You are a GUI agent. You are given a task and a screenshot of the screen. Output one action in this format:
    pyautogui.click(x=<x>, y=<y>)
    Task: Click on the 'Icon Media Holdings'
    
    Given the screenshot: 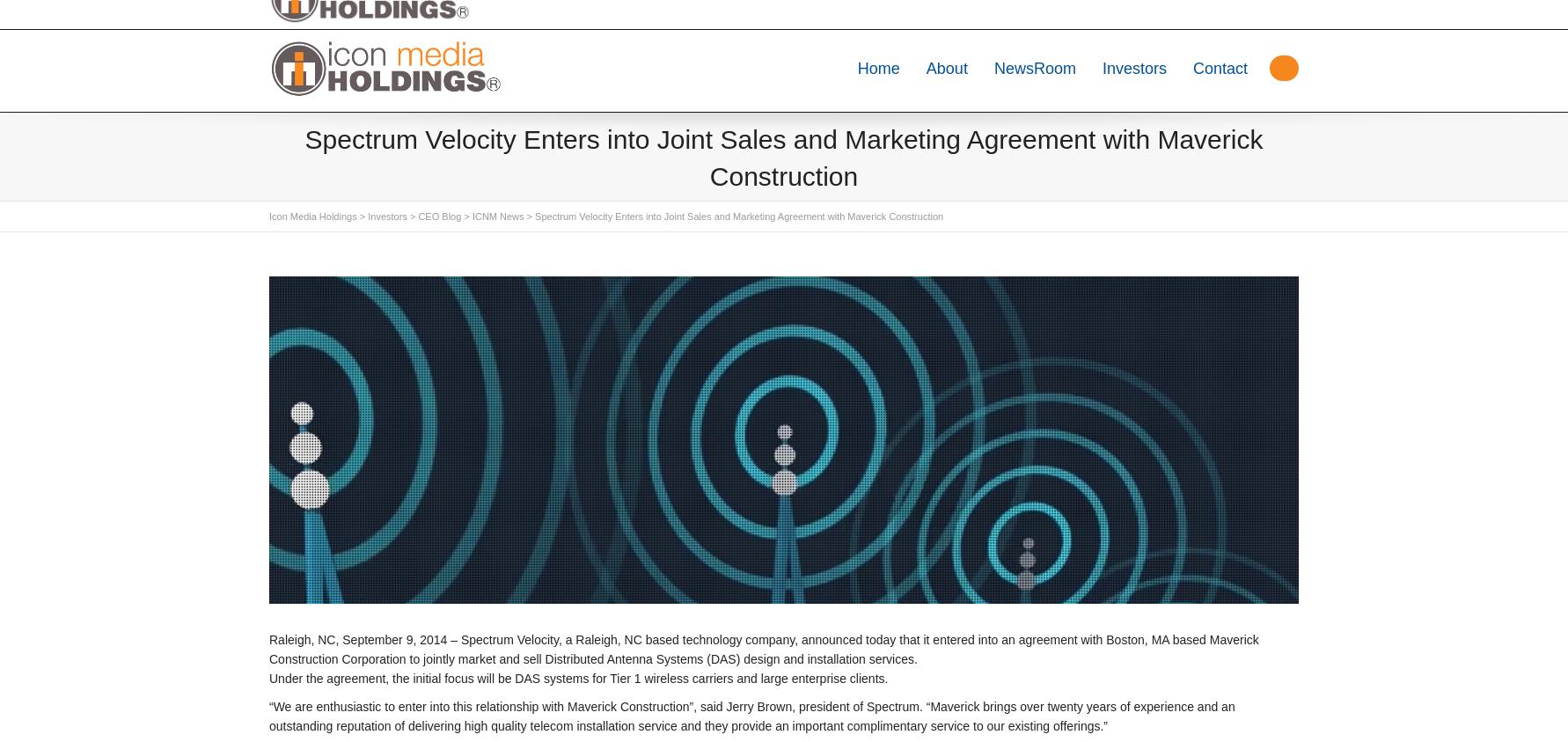 What is the action you would take?
    pyautogui.click(x=267, y=216)
    